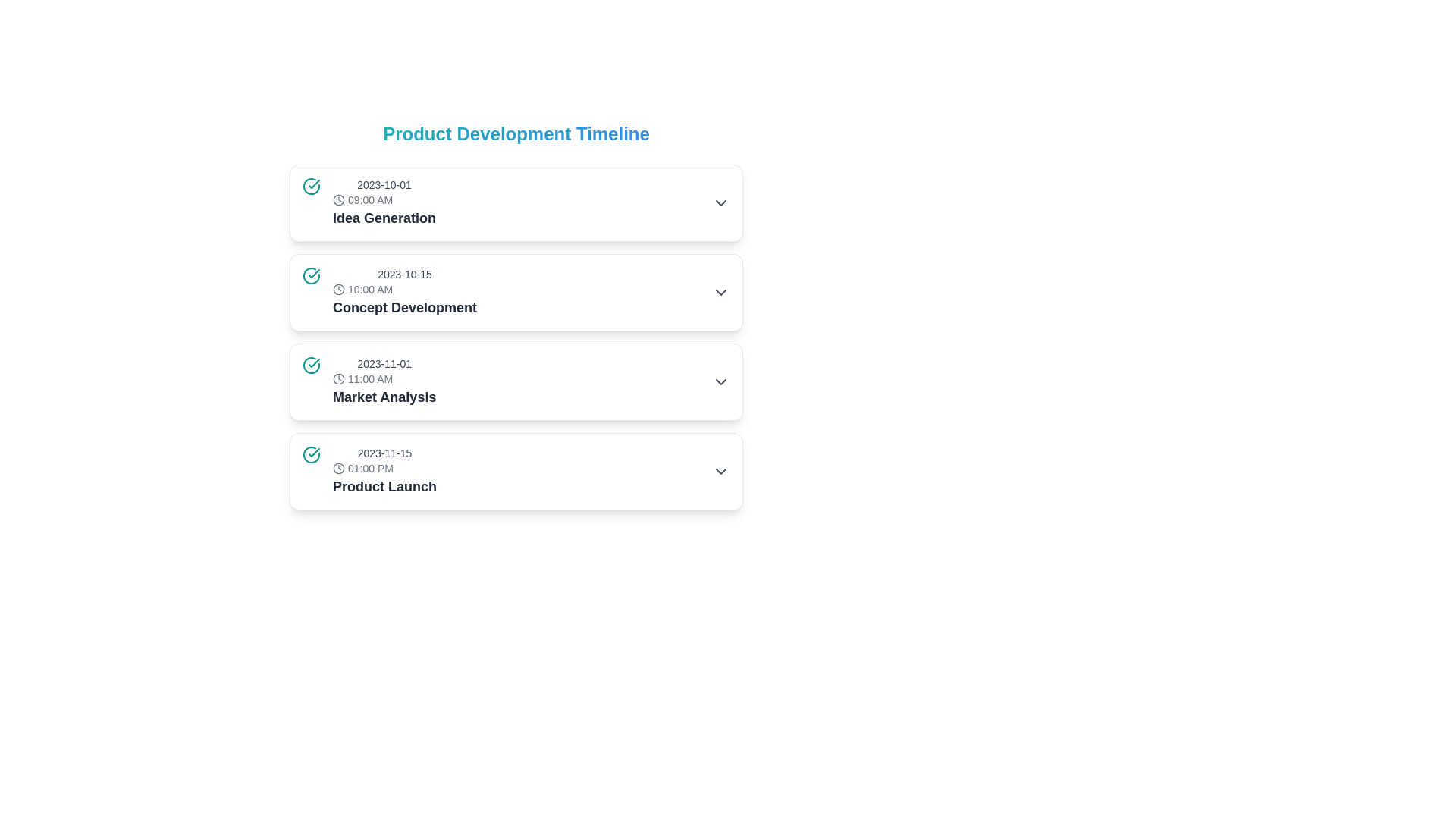 This screenshot has width=1456, height=819. I want to click on the third Card component in the Product Development Timeline to read the title and timing information, so click(516, 381).